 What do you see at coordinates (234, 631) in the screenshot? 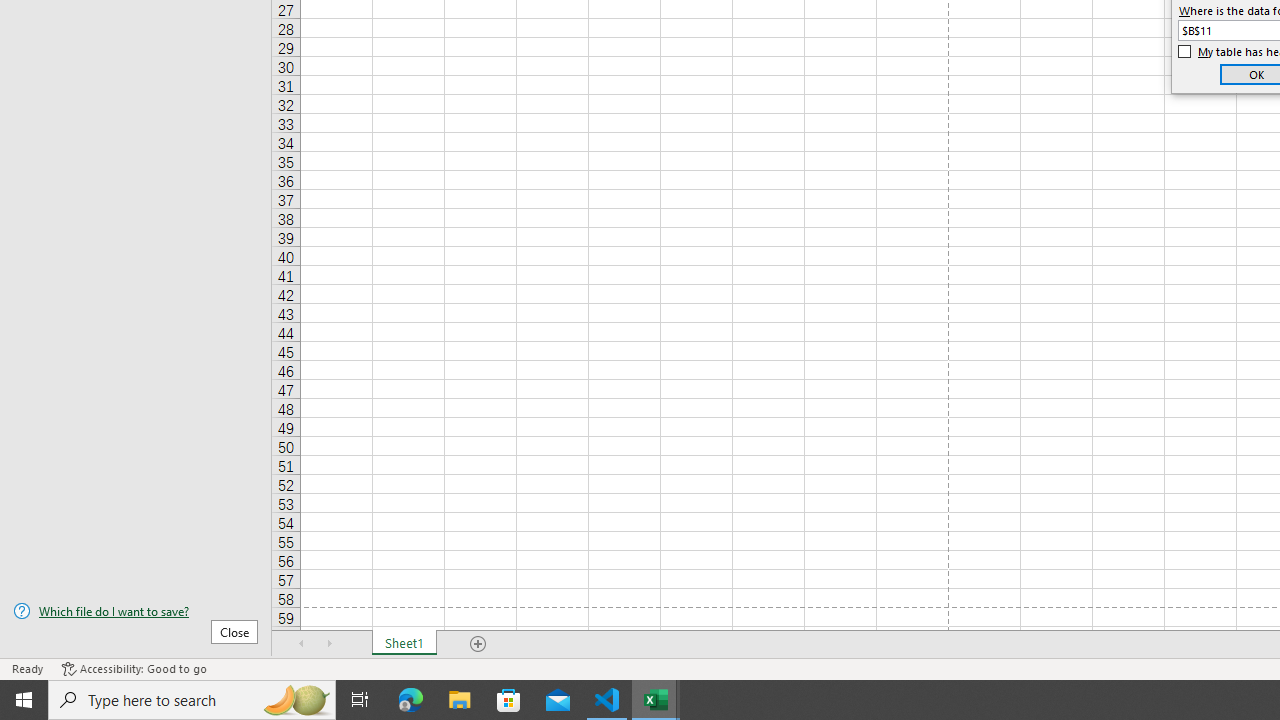
I see `'Close'` at bounding box center [234, 631].